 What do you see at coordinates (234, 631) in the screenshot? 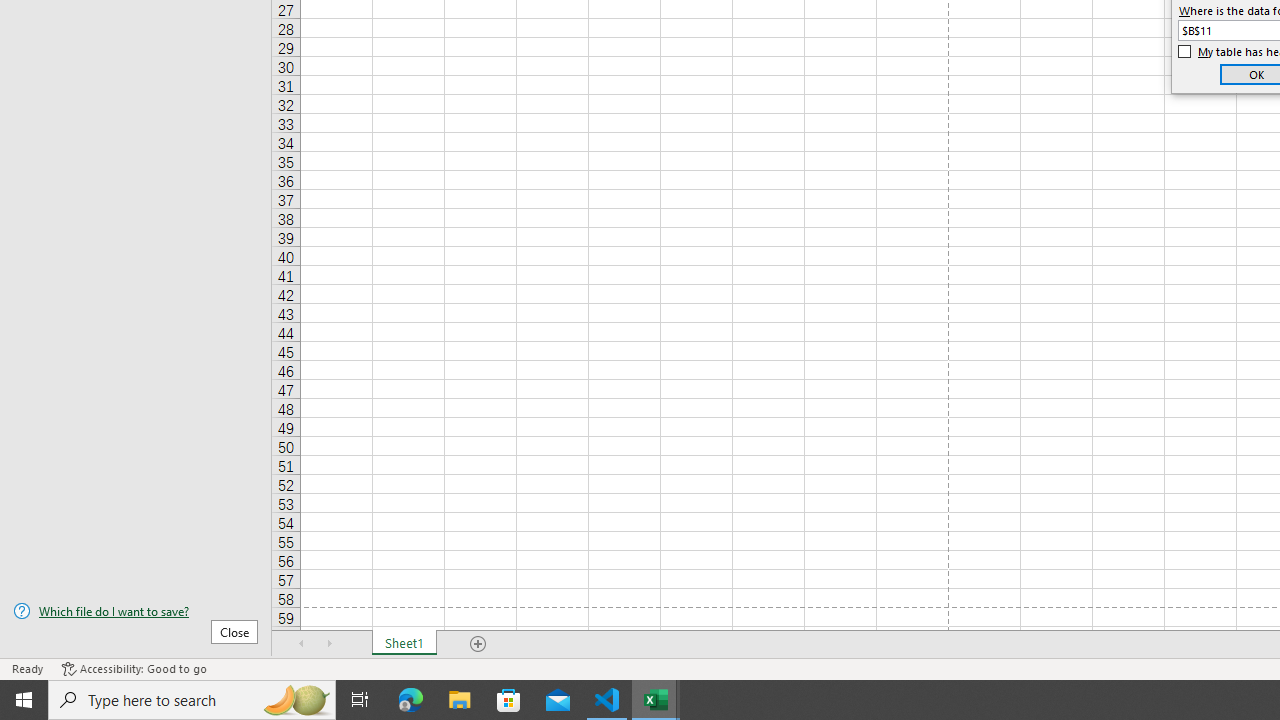
I see `'Close'` at bounding box center [234, 631].